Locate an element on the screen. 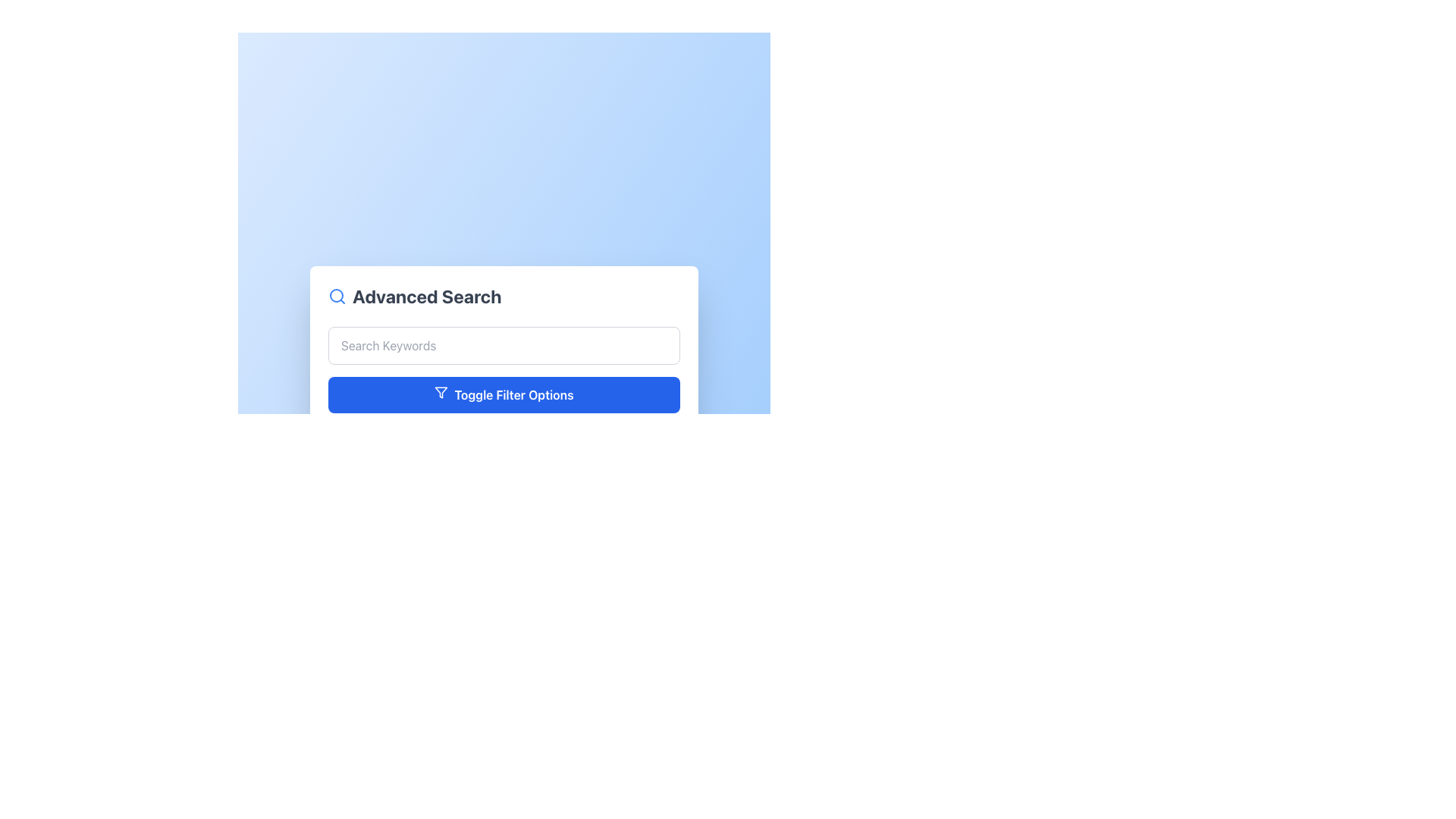 The height and width of the screenshot is (819, 1456). 'Toggle Filter Options' button with a blue background and white text for accessibility is located at coordinates (504, 394).